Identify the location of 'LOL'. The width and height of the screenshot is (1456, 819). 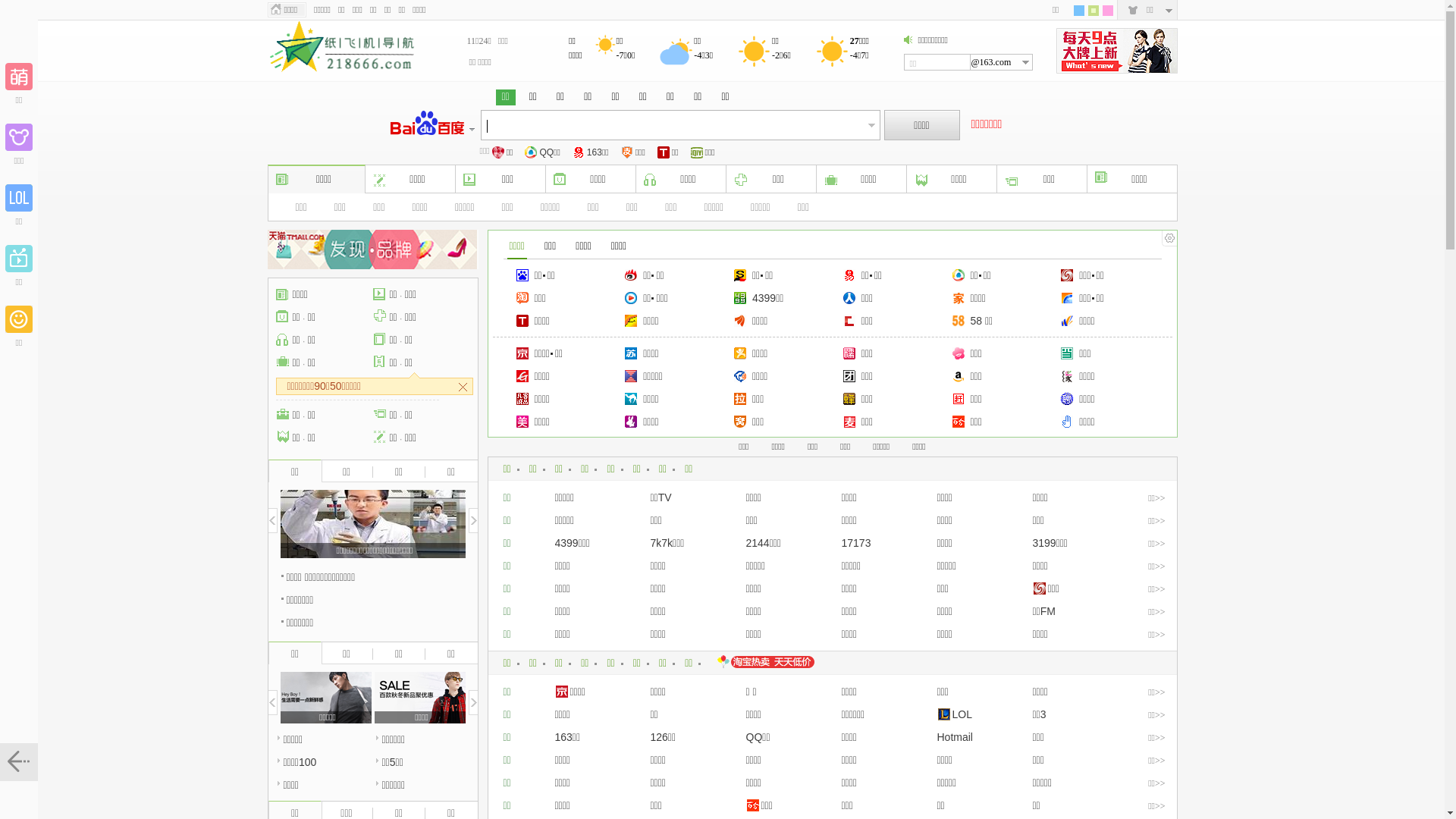
(953, 714).